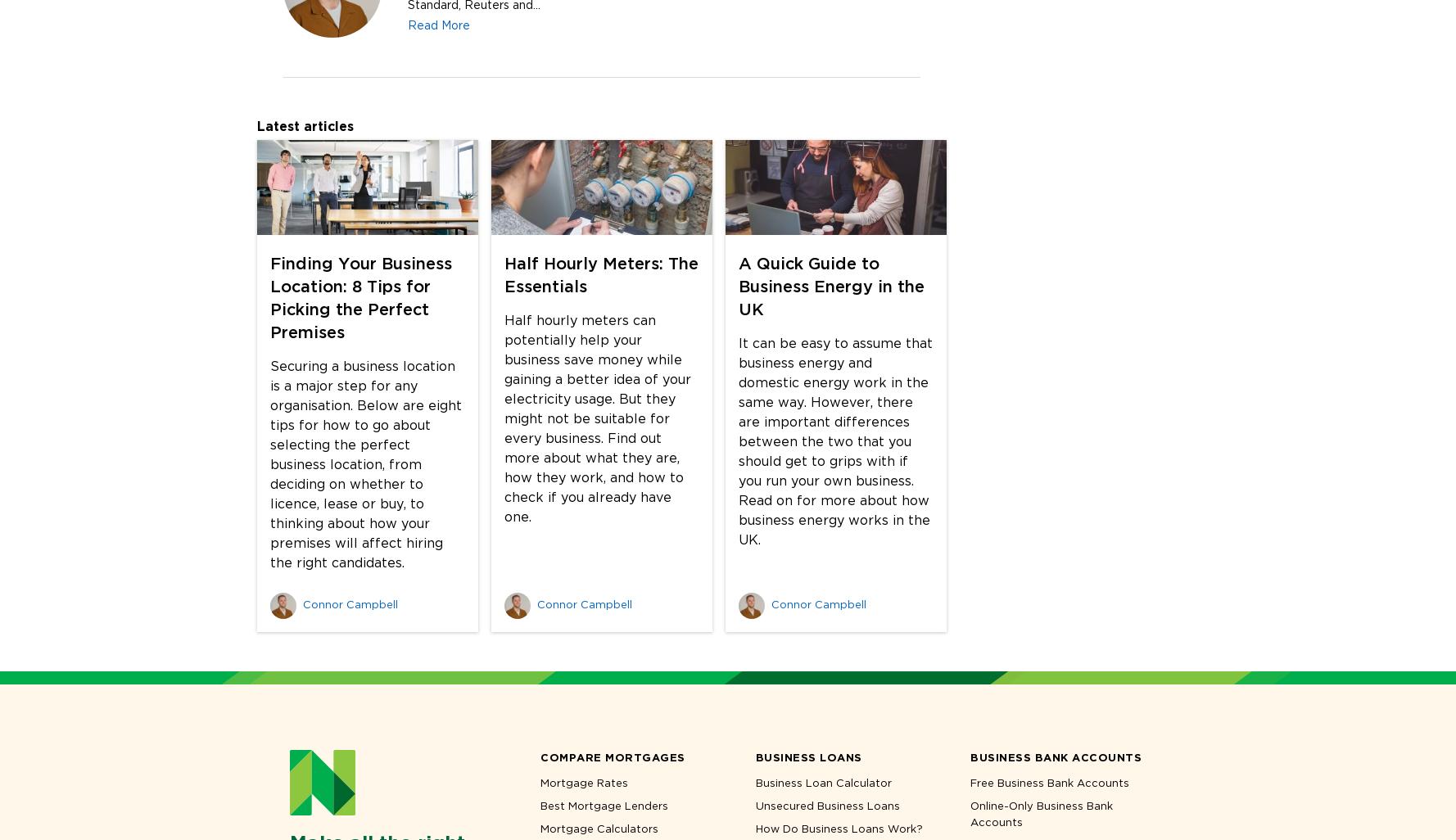  I want to click on 'How Do Business Loans Work?', so click(838, 827).